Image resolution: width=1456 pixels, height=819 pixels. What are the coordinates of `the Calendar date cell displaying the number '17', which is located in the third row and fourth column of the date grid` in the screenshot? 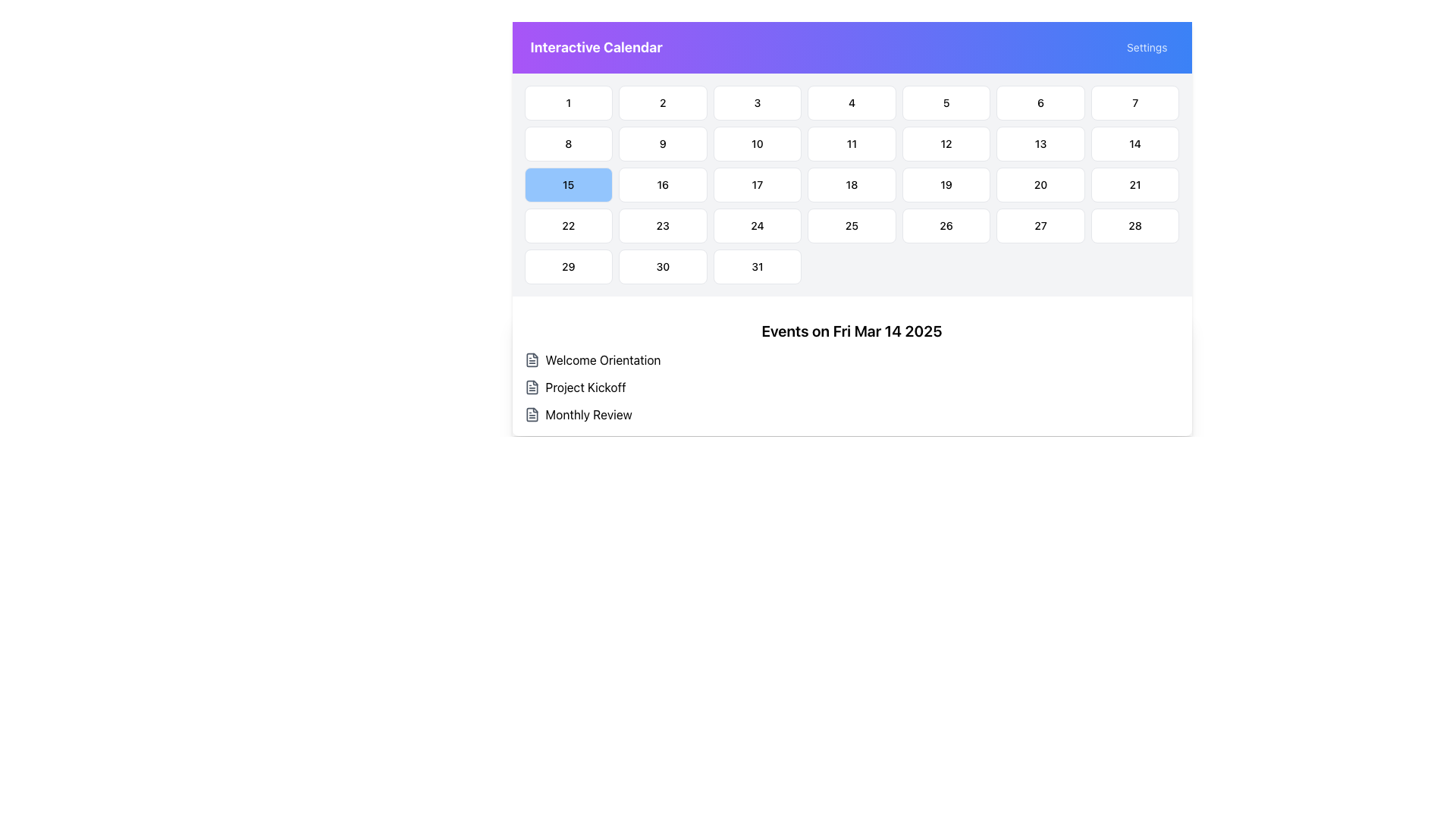 It's located at (757, 184).